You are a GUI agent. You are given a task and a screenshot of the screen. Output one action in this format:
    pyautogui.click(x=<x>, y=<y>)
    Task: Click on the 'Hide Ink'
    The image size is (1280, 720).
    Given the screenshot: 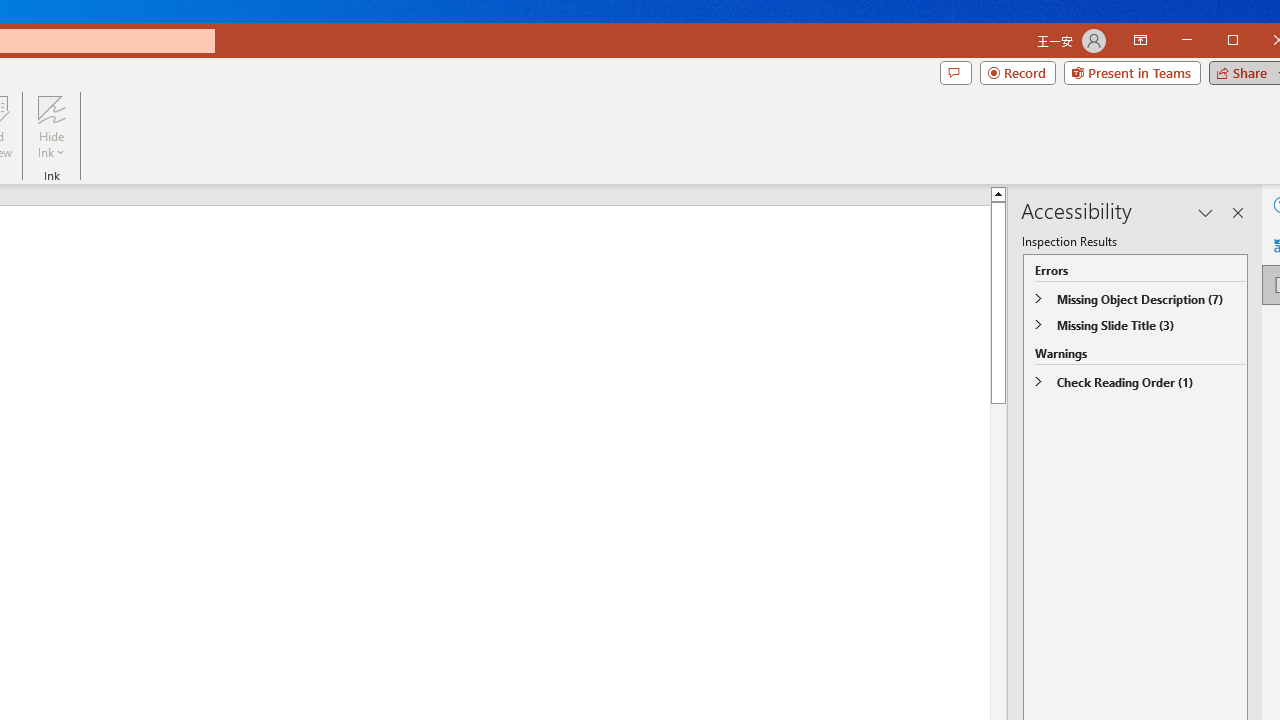 What is the action you would take?
    pyautogui.click(x=51, y=127)
    